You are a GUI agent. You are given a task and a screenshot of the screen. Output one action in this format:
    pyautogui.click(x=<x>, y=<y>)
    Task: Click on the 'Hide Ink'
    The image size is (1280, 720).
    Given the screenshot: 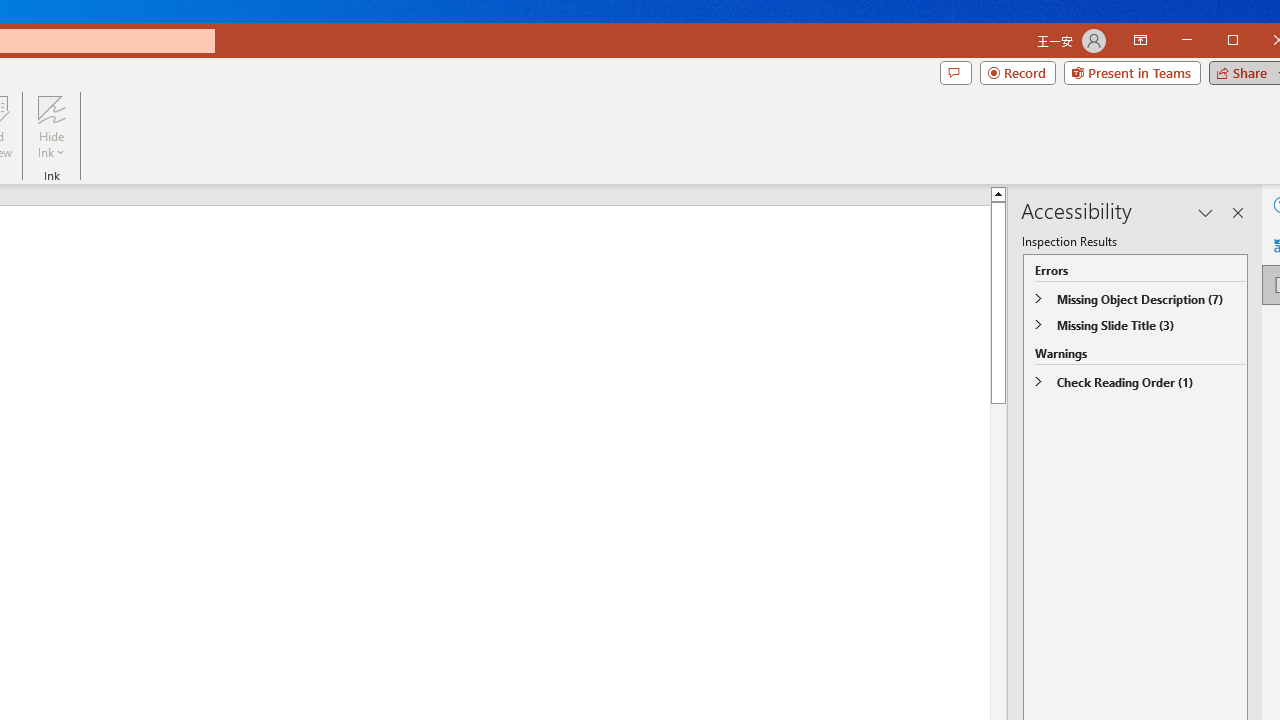 What is the action you would take?
    pyautogui.click(x=51, y=127)
    